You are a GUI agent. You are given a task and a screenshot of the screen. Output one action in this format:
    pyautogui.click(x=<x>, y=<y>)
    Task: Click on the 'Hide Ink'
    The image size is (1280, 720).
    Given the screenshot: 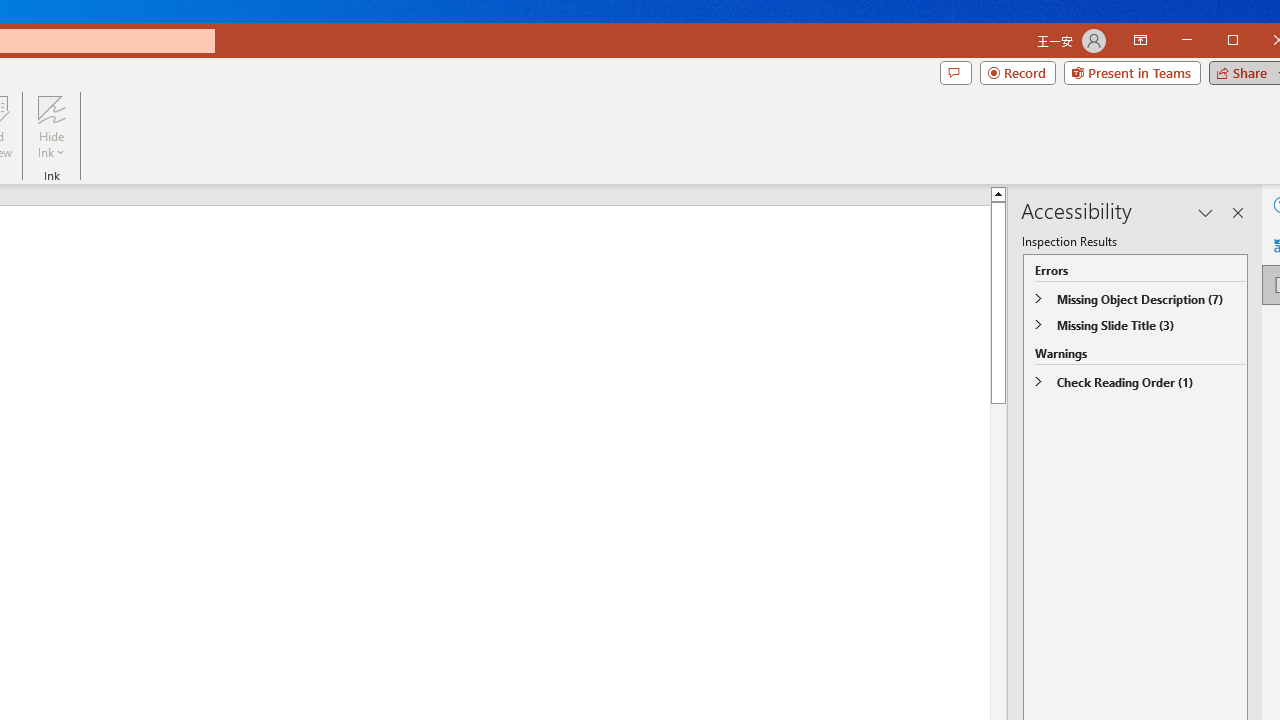 What is the action you would take?
    pyautogui.click(x=51, y=127)
    